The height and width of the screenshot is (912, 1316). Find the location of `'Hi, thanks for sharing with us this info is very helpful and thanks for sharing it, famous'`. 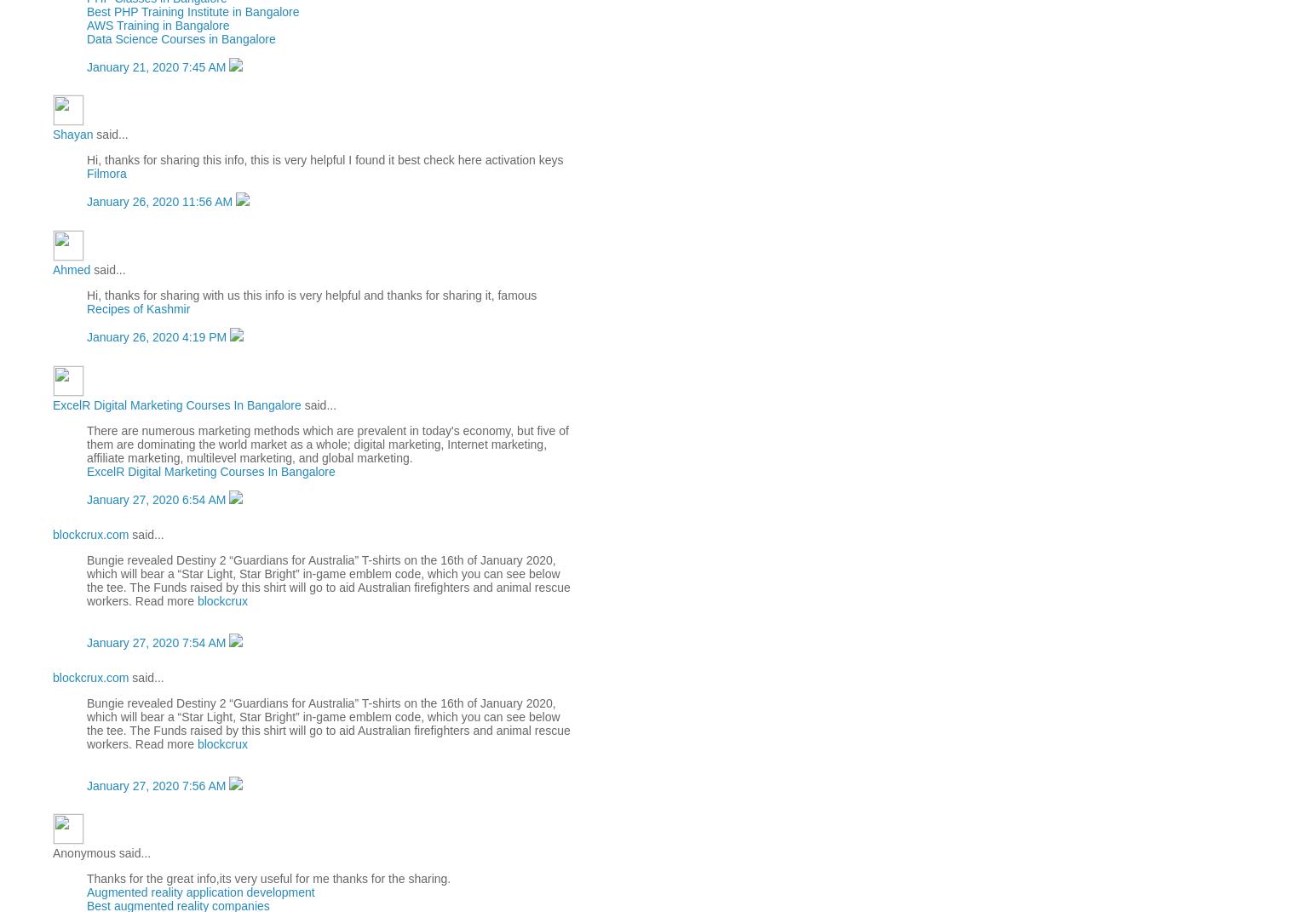

'Hi, thanks for sharing with us this info is very helpful and thanks for sharing it, famous' is located at coordinates (311, 295).